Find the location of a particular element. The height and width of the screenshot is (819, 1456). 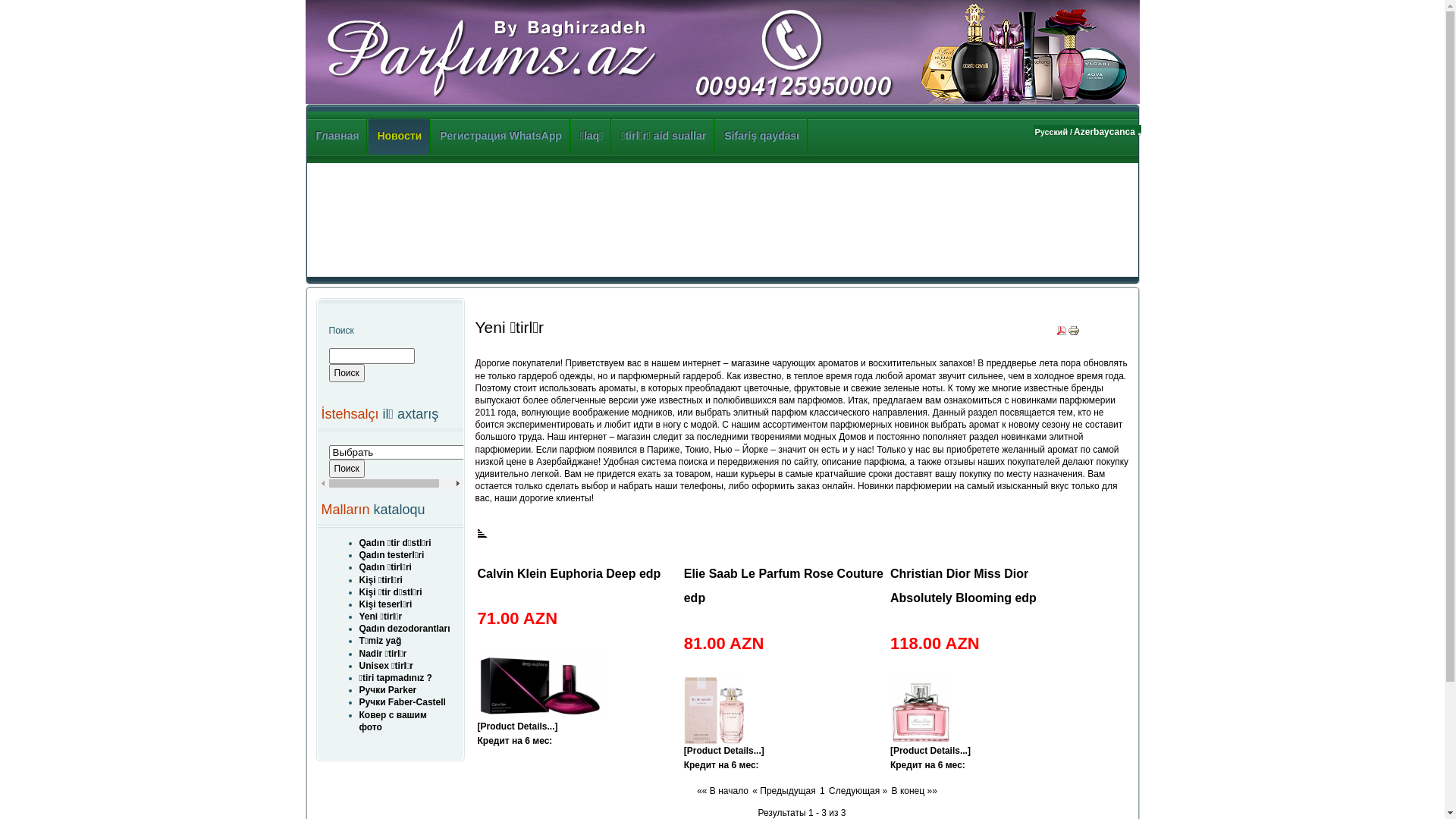

'[Product Details...]' is located at coordinates (683, 751).